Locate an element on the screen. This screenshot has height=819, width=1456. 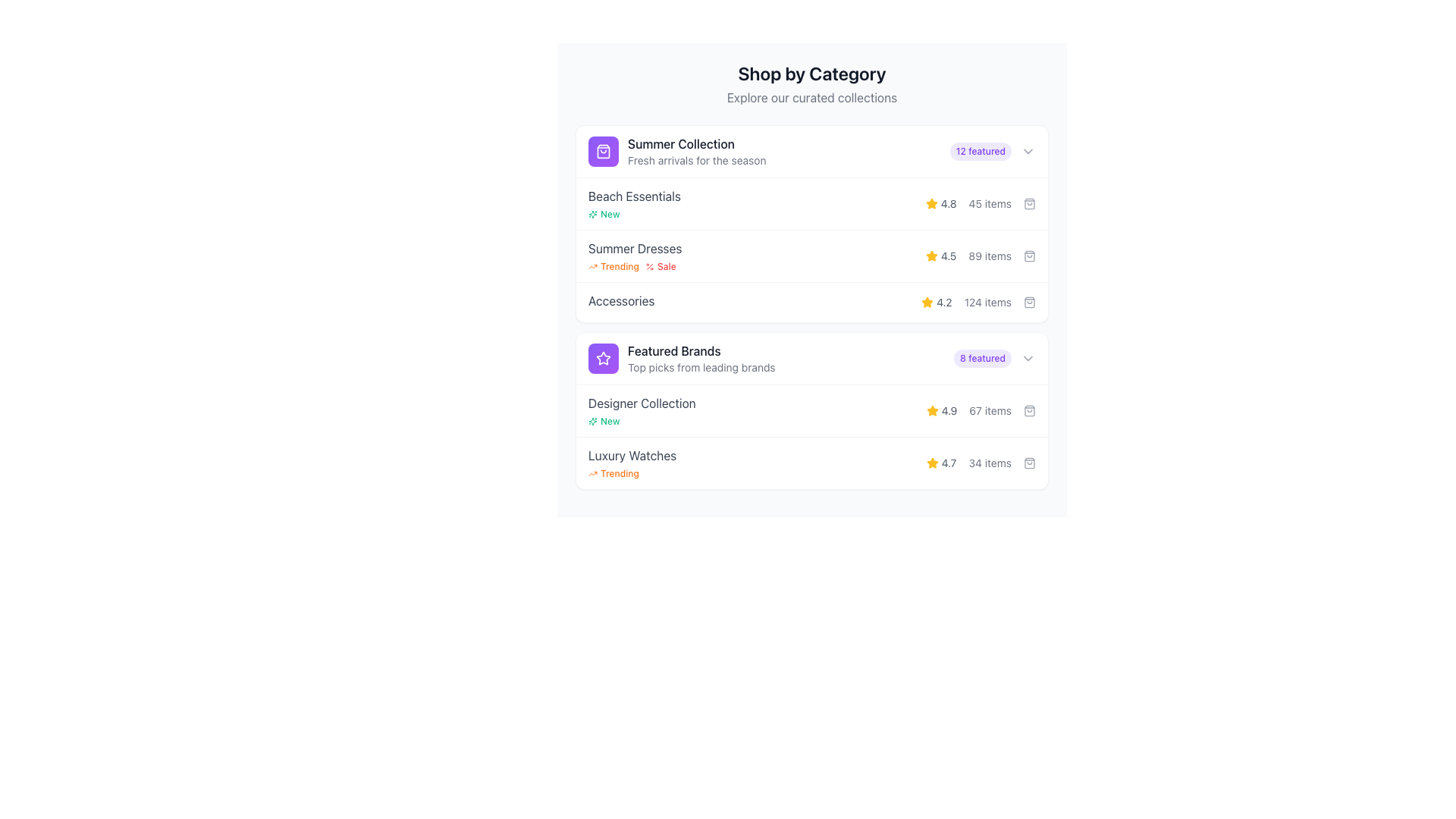
text of the label with icon indicating a sale, located under the 'Summer Dresses' category in the 'Shop by Category' section, positioned to the right of 'Trending' is located at coordinates (661, 265).